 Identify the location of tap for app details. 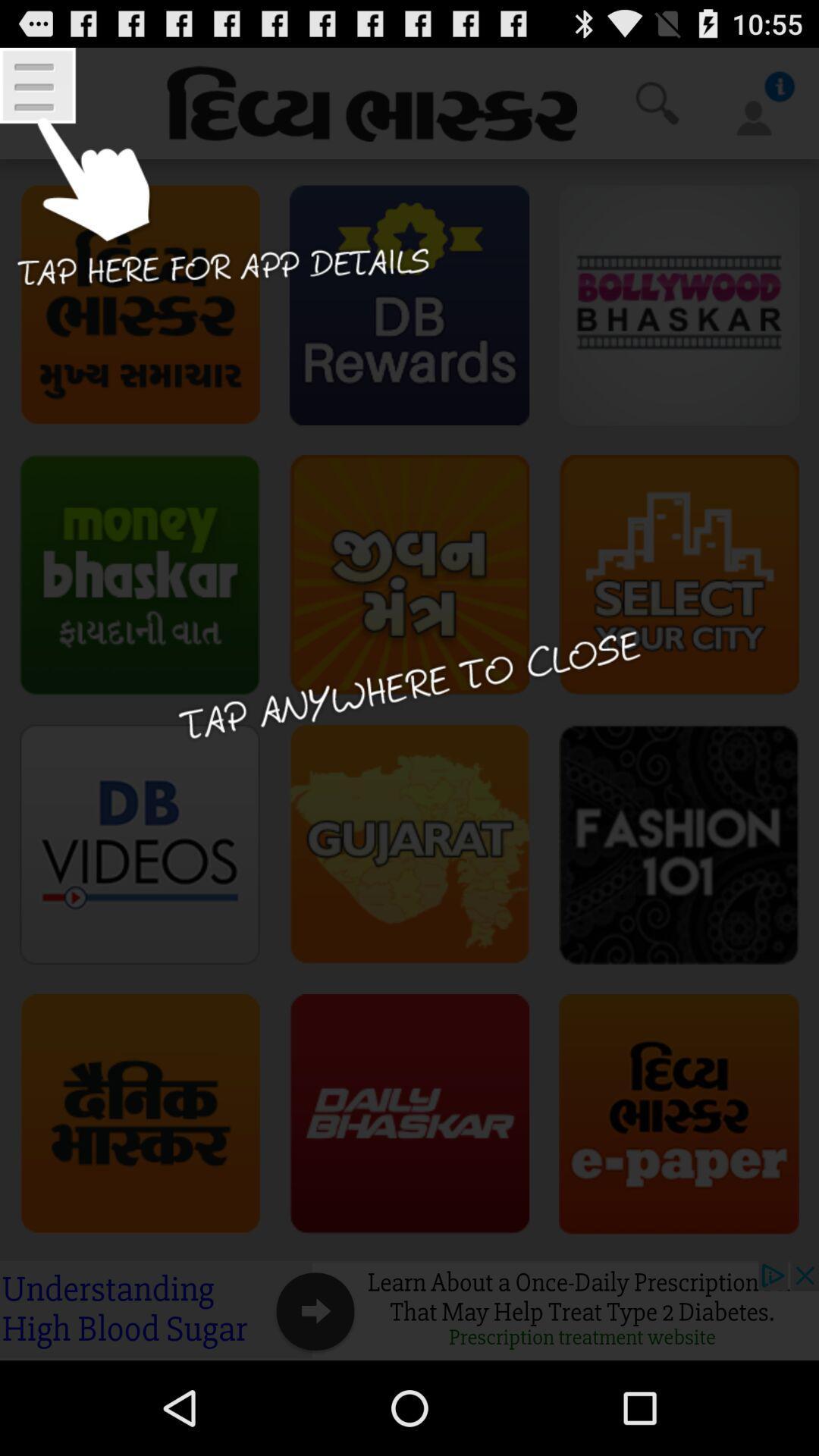
(217, 187).